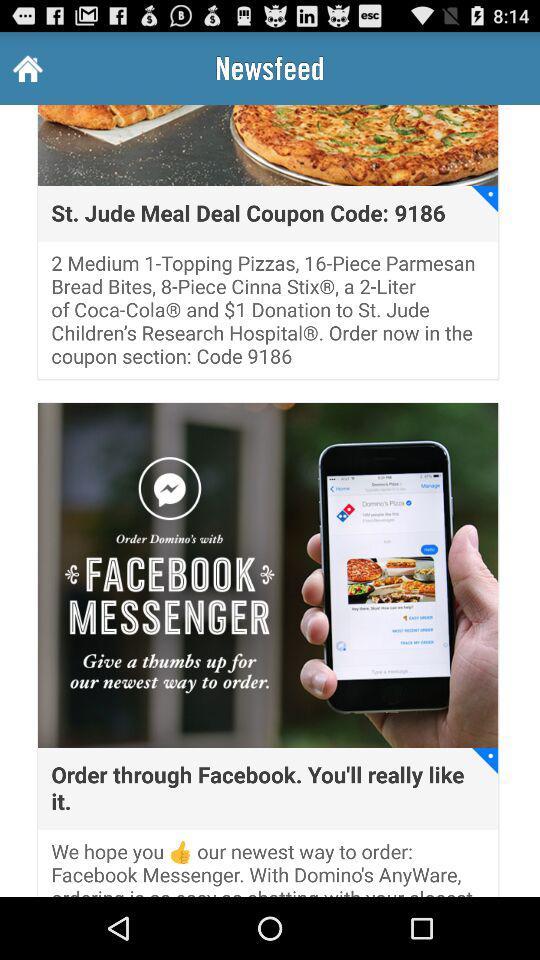 The width and height of the screenshot is (540, 960). I want to click on the 2 medium 1 item, so click(268, 315).